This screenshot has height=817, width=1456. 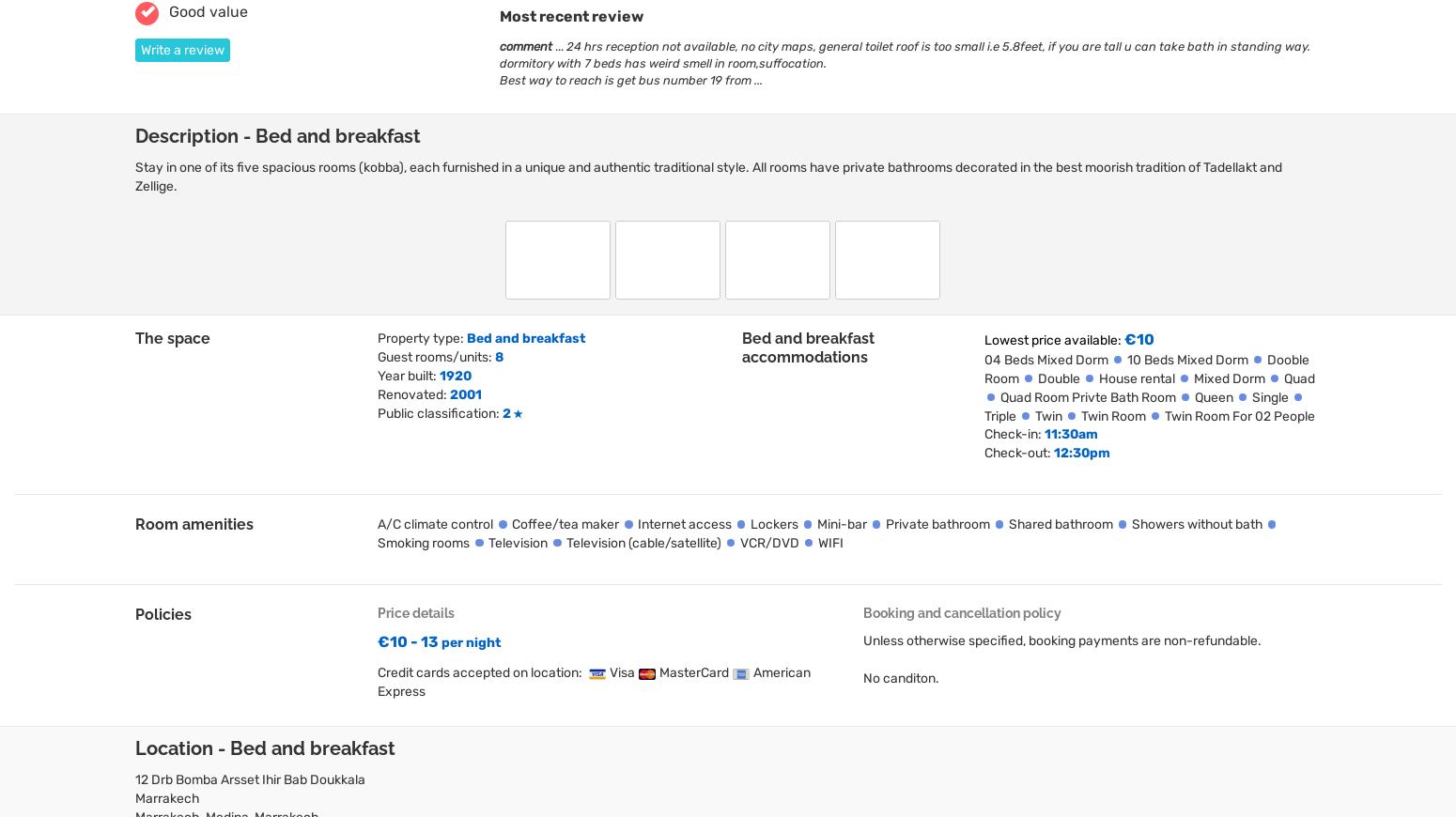 I want to click on 'Stay in one of its five spacious rooms (kobba), each furnished in a unique and authentic traditional style. All rooms have private bathrooms decorated in the best moorish tradition of Tadellakt and Zellige.', so click(x=708, y=176).